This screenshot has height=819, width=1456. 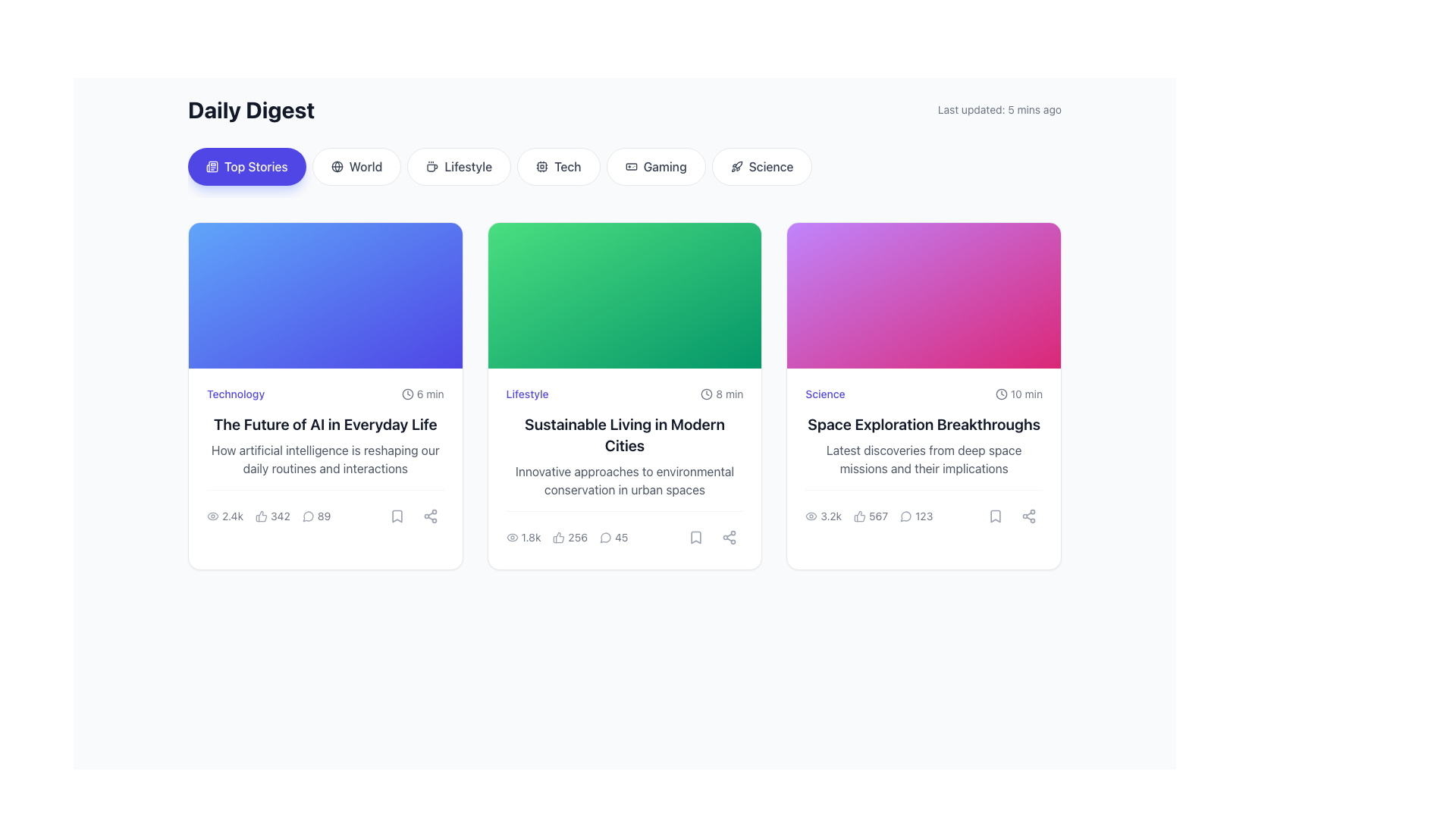 What do you see at coordinates (212, 516) in the screenshot?
I see `the eye icon, which is a gray minimalist SVG graphic located at the bottom of the first card` at bounding box center [212, 516].